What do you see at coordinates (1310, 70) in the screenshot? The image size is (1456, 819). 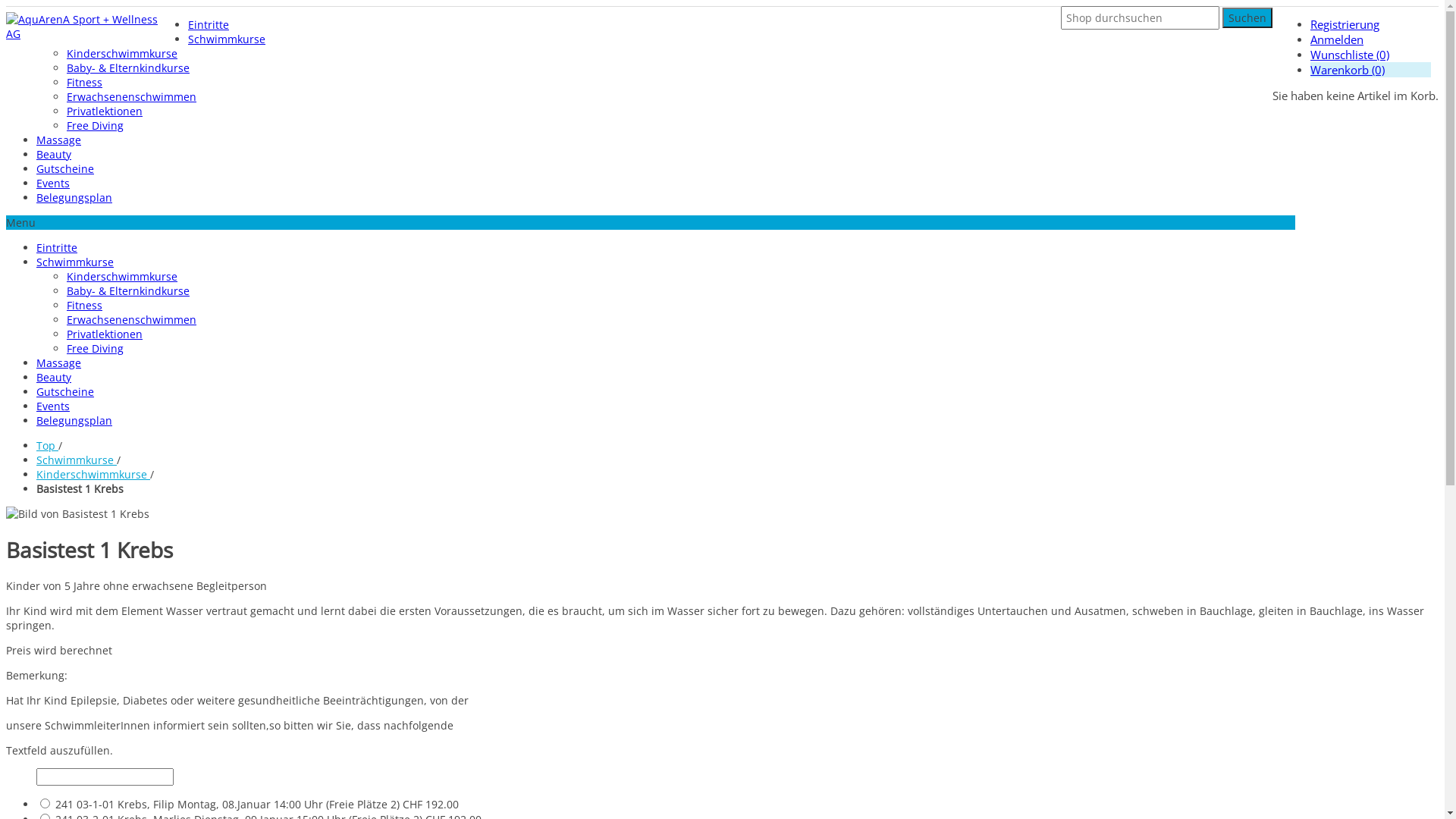 I see `'Warenkorb (0)'` at bounding box center [1310, 70].